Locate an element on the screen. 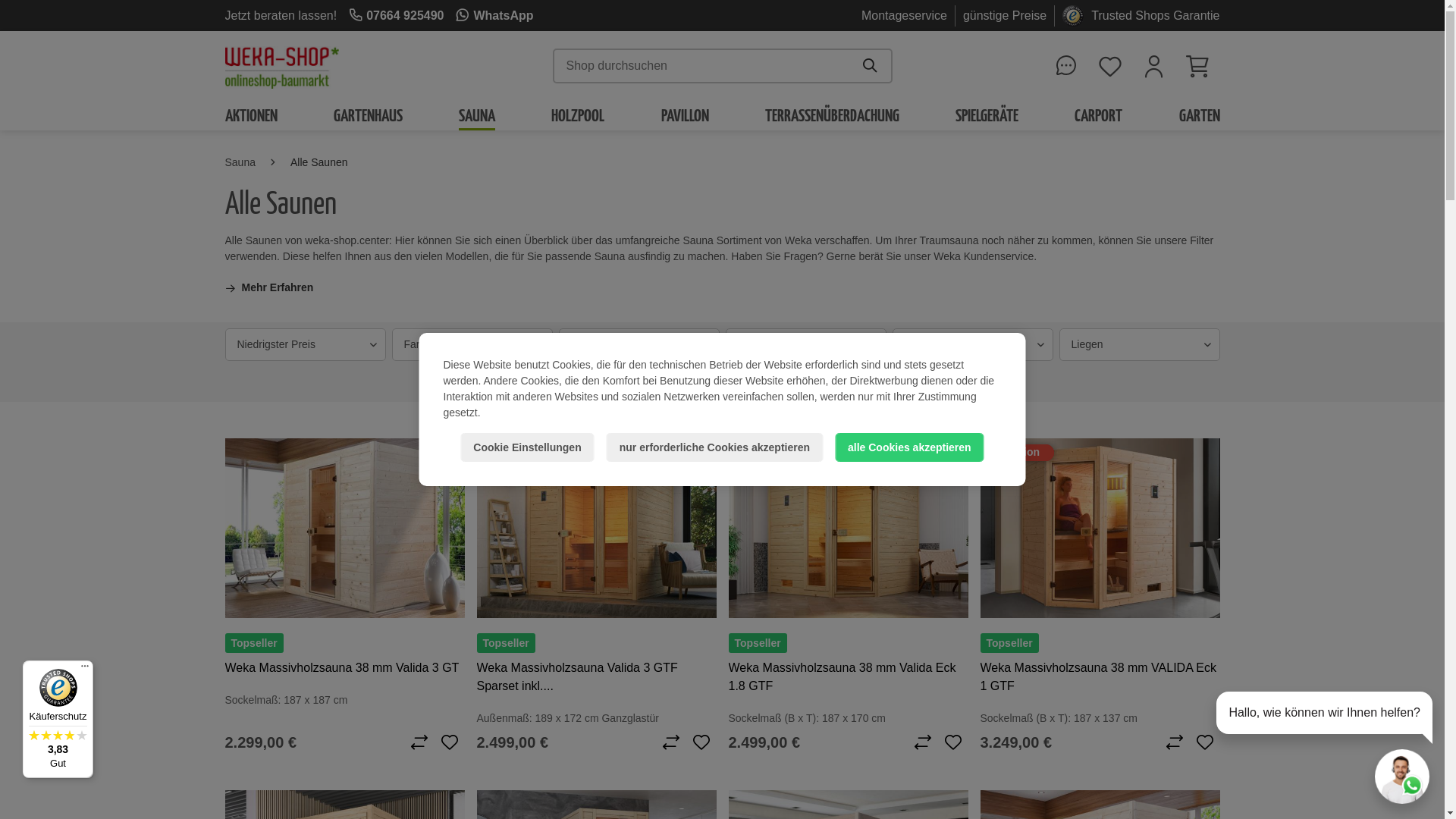  'Weka Massivholzsauna 38 mm VALIDA Eck 1 GTF' is located at coordinates (1099, 676).